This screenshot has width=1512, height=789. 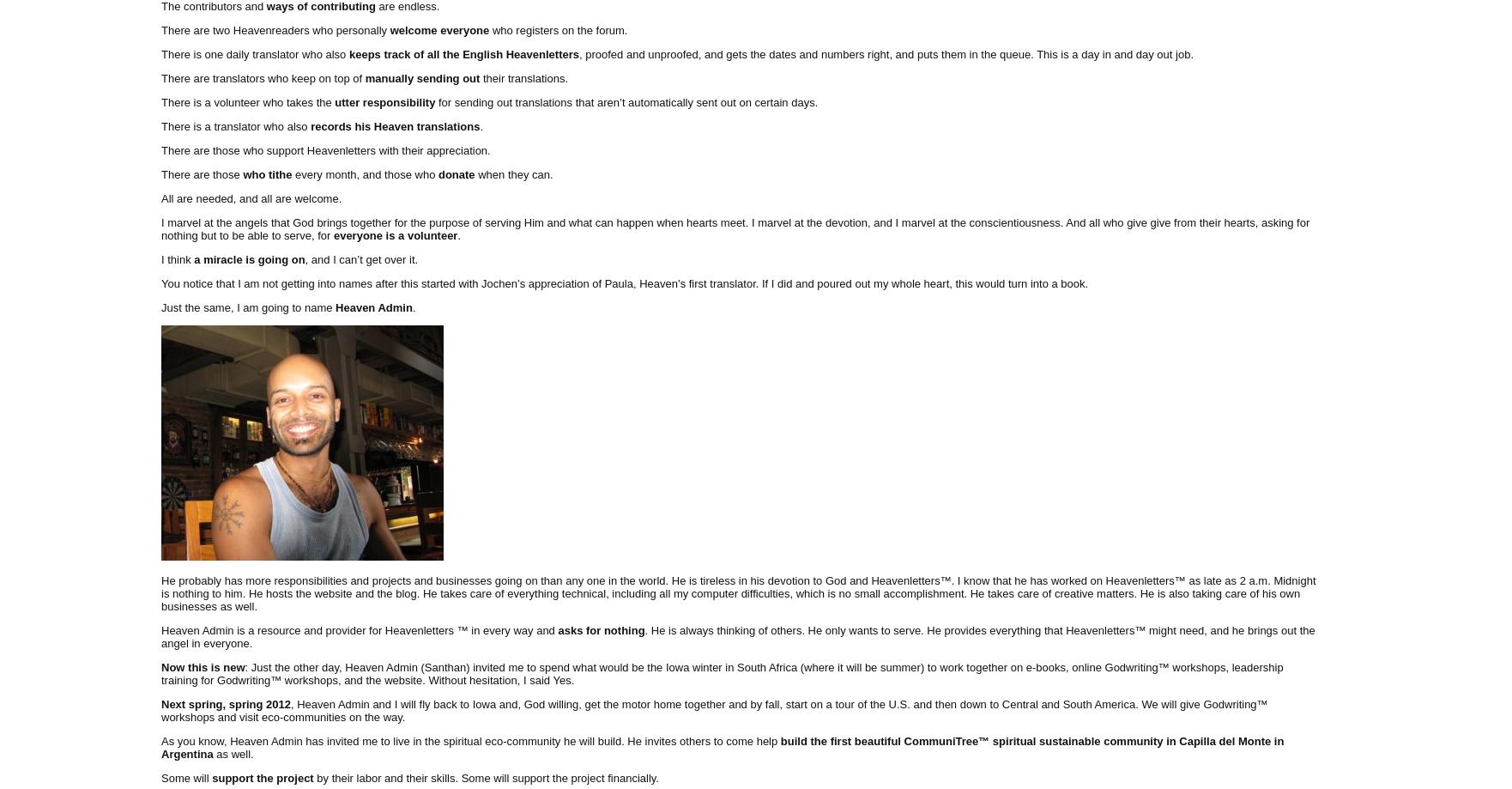 I want to click on 'for sending out translations that aren’t automatically sent out on certain days.', so click(x=625, y=100).